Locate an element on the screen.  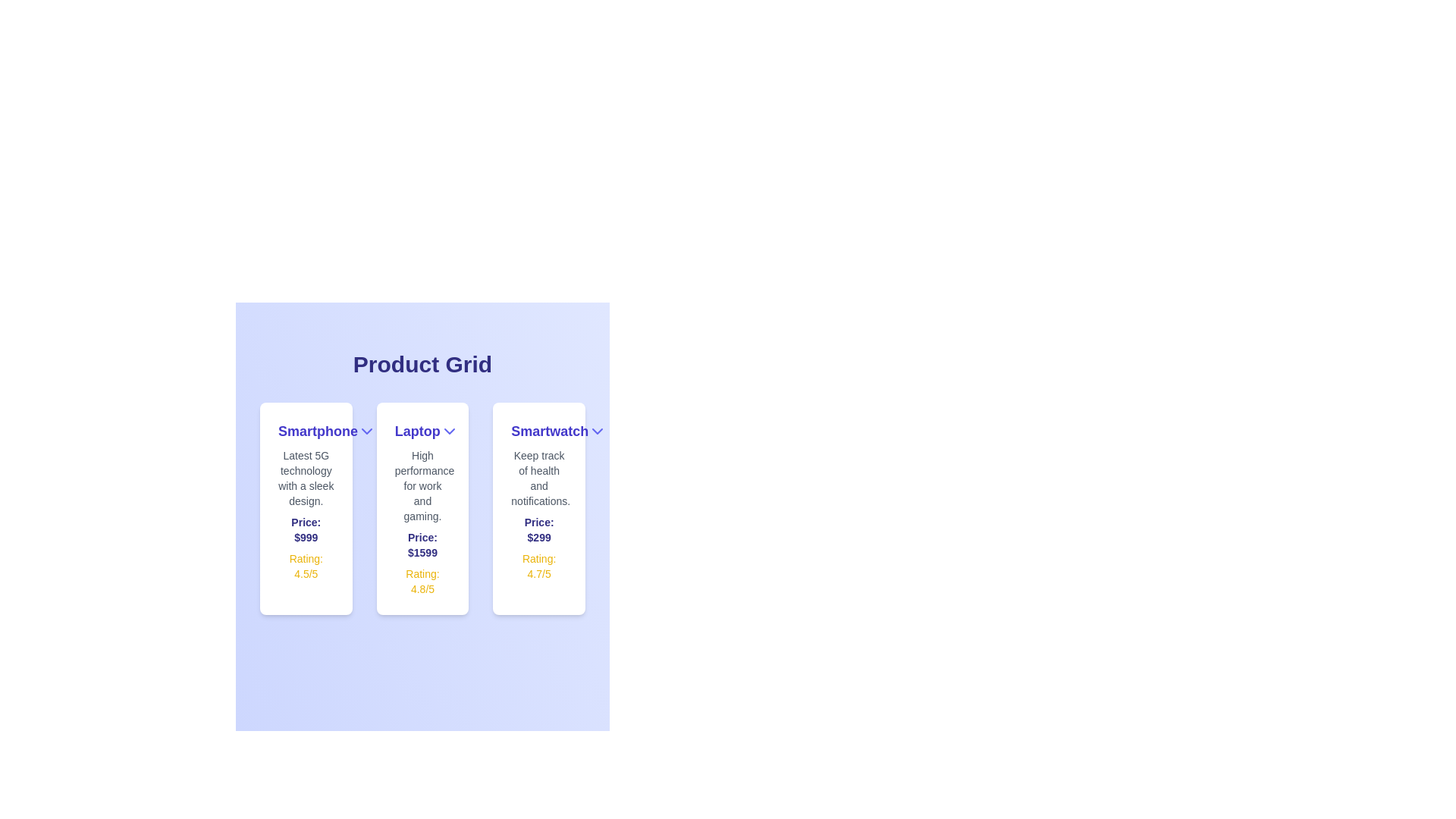
descriptive text label about the smartphone, which is located below the title 'Smartphone' and above the 'Price: $999' in the first card of the grid layout is located at coordinates (305, 479).